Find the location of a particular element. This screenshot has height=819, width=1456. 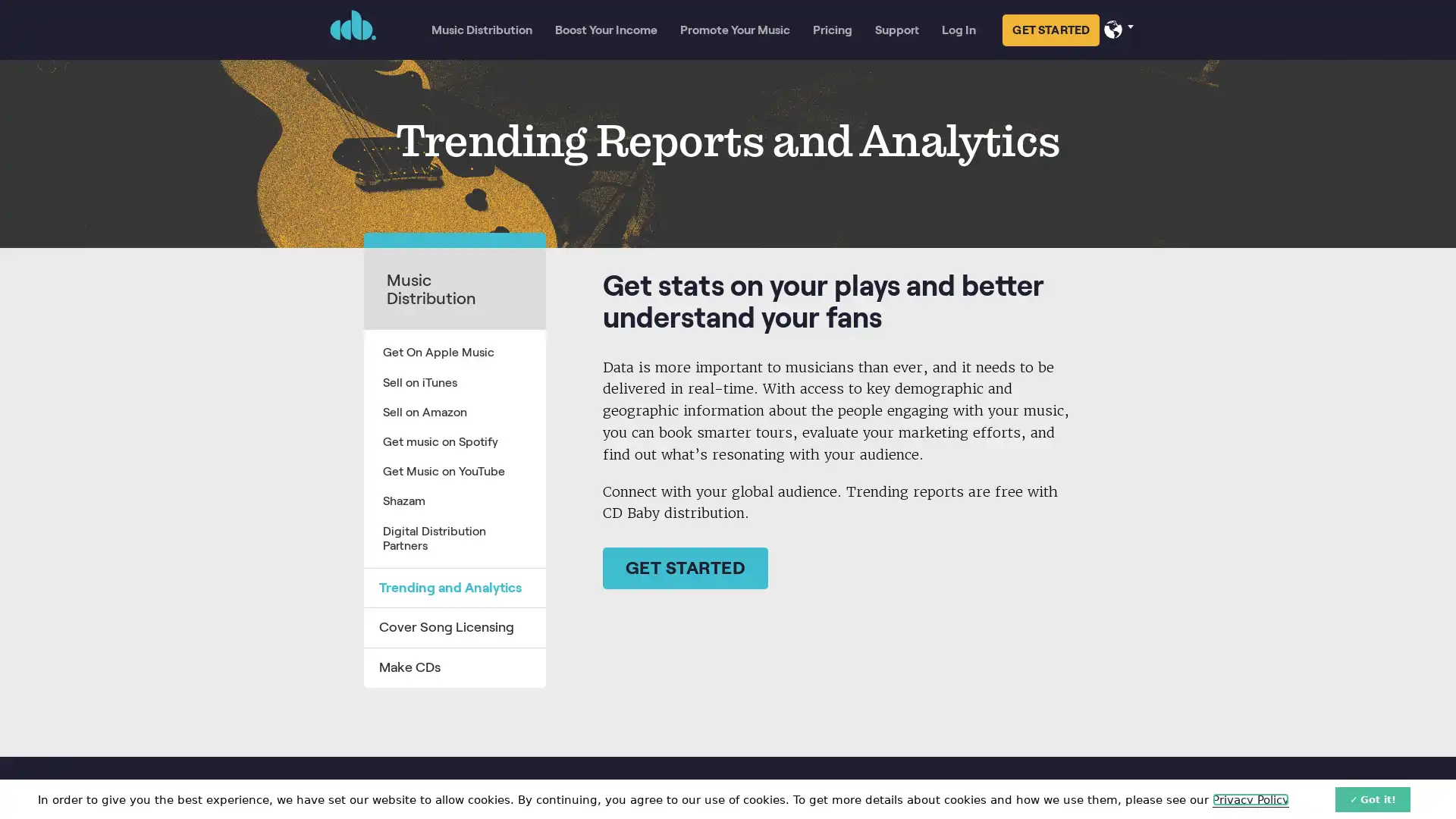

Got it! is located at coordinates (1373, 798).